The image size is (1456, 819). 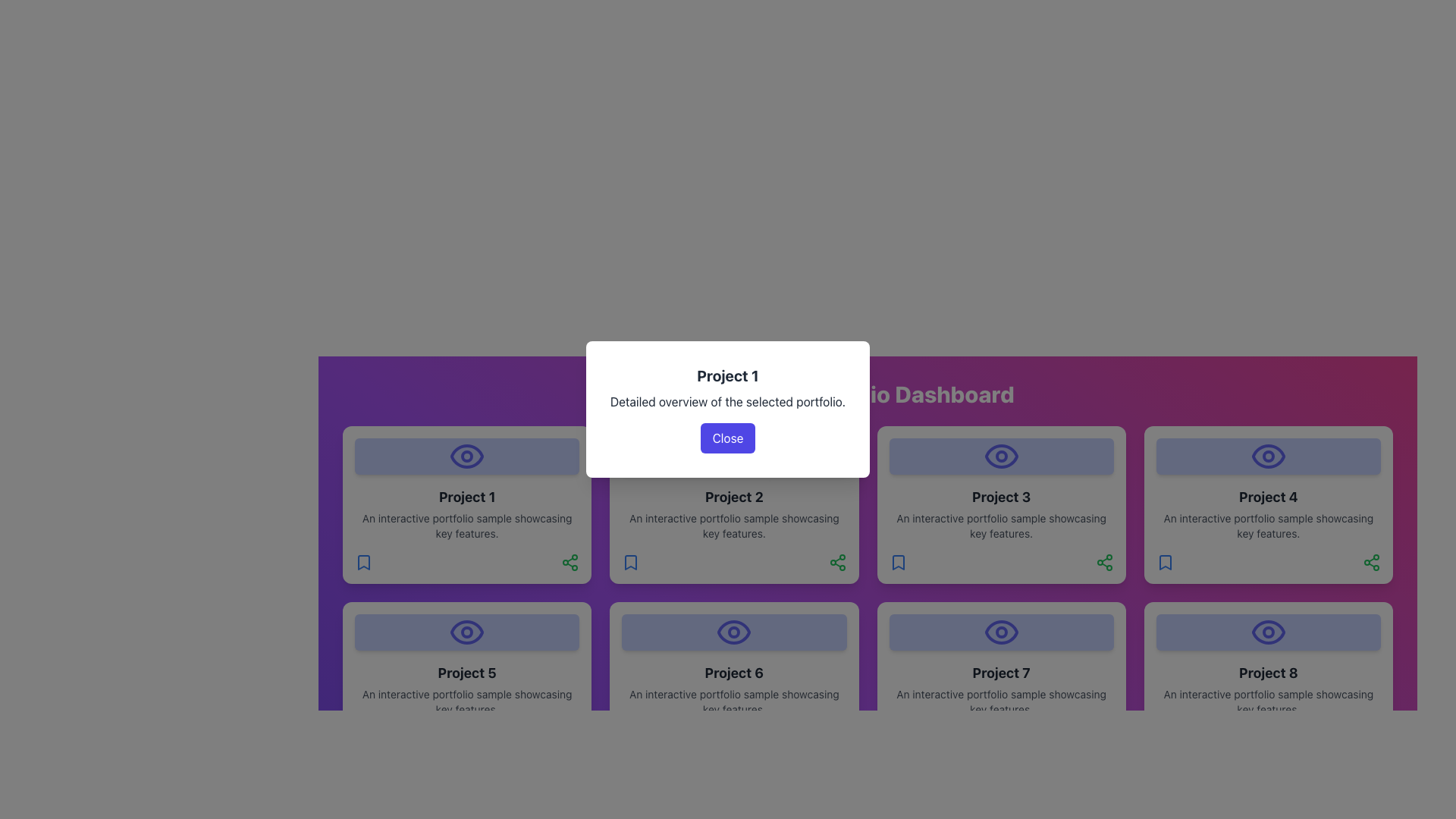 What do you see at coordinates (734, 632) in the screenshot?
I see `the eye icon with a blue outline located at the top of the sixth card, above the title 'Project 6'` at bounding box center [734, 632].